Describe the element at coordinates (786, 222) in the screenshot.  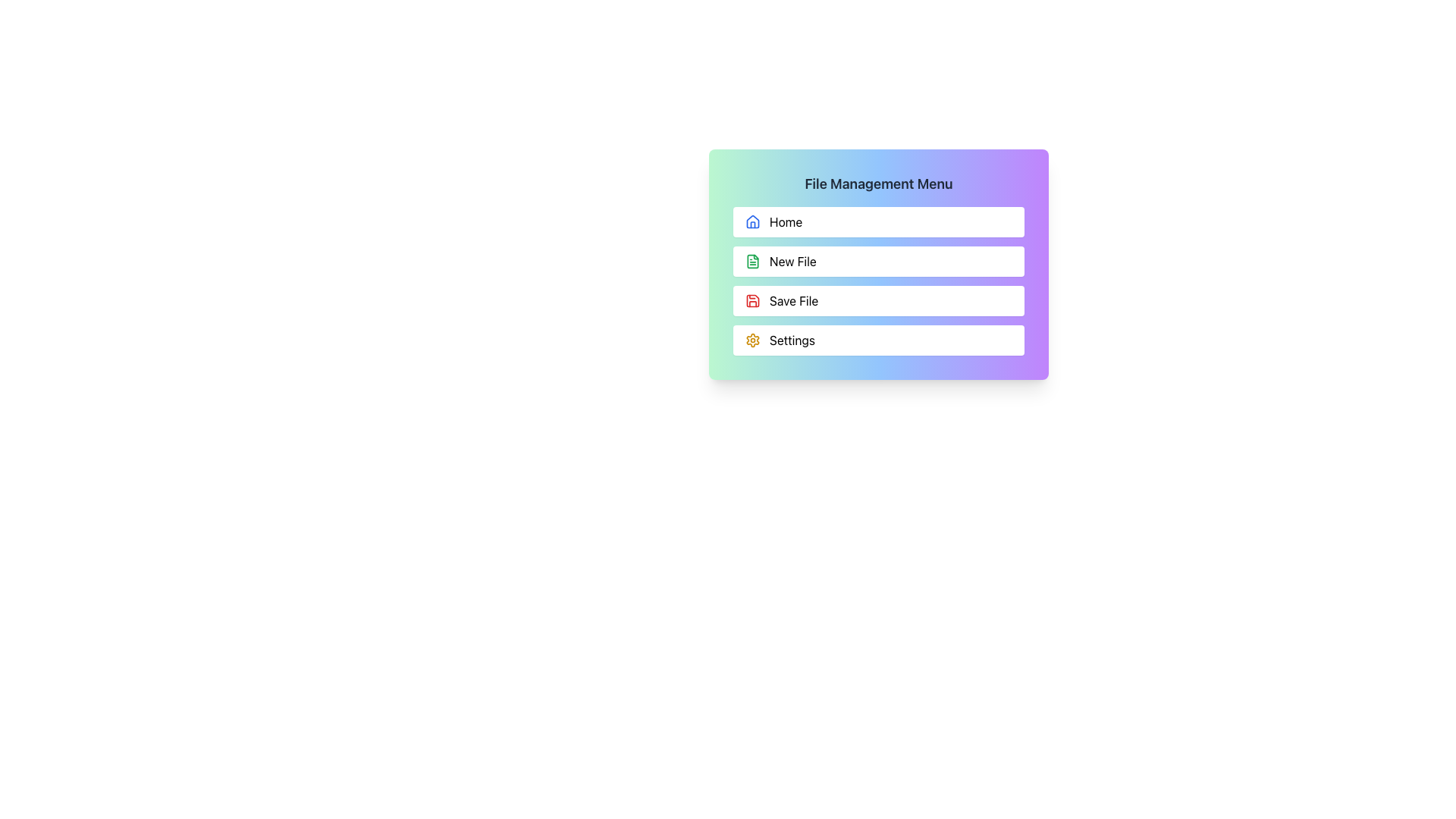
I see `the 'Home' navigation label, which is styled with a white background and rounded corners, located to the right of the house-shaped icon in the horizontal menu` at that location.